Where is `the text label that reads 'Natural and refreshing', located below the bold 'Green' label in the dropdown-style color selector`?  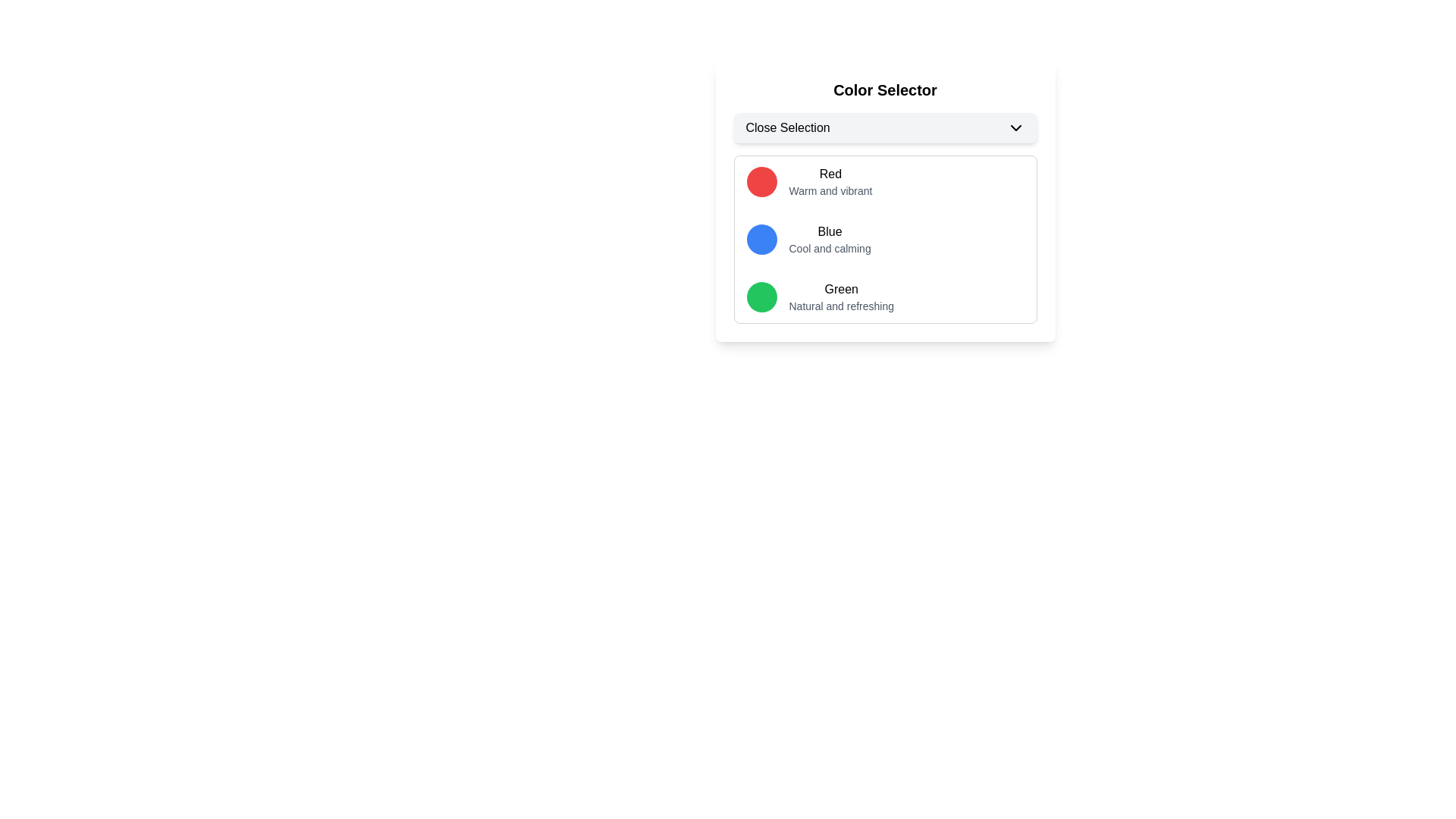
the text label that reads 'Natural and refreshing', located below the bold 'Green' label in the dropdown-style color selector is located at coordinates (840, 306).